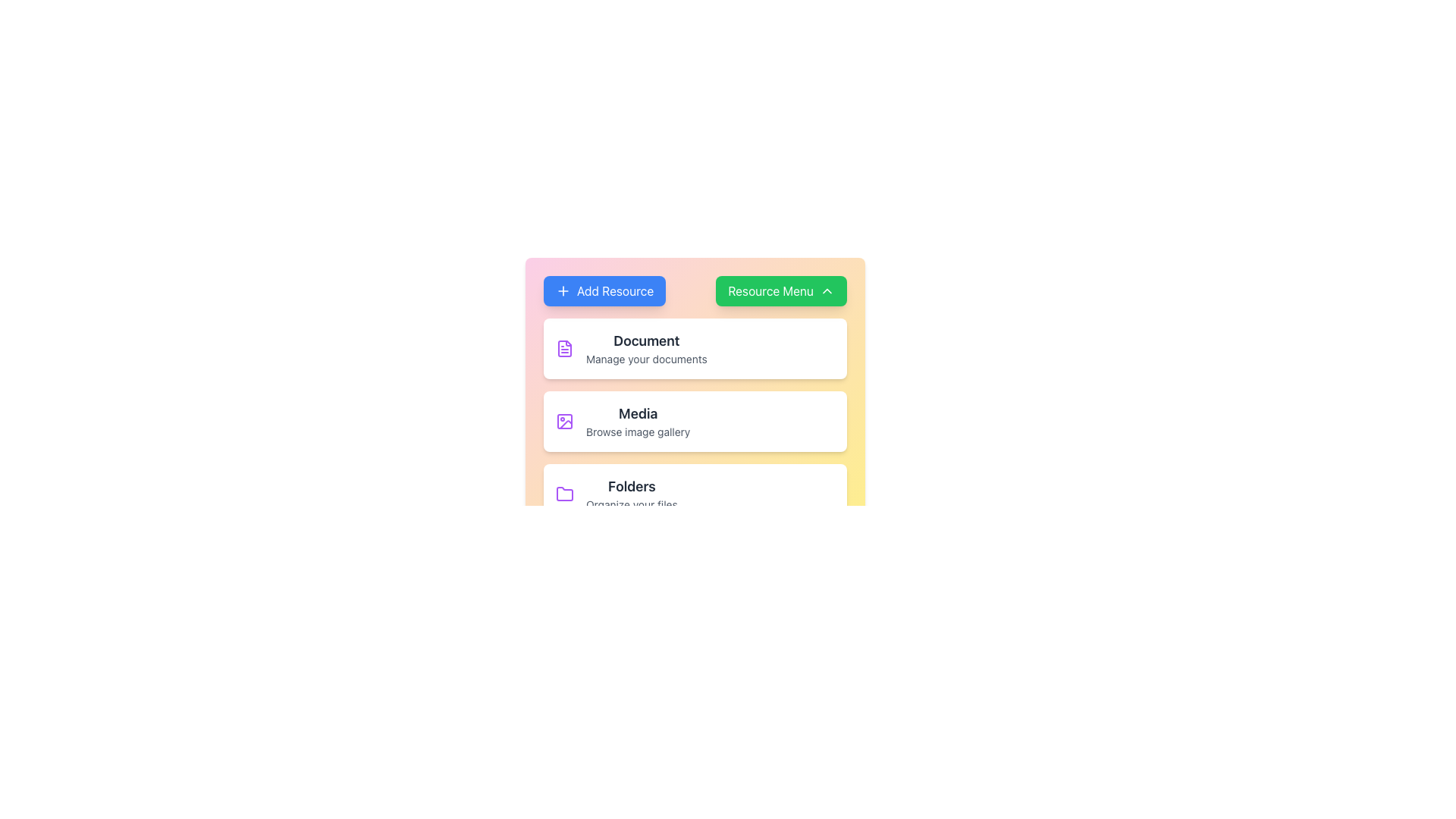 The image size is (1456, 819). Describe the element at coordinates (694, 356) in the screenshot. I see `the 'Document' button, which is a rectangular box with a white background, rounded corners, and contains bold text titled 'Document' and a smaller description 'Manage your documents'. It is the first of three stacked options below the header with buttons like 'Add Resource'` at that location.